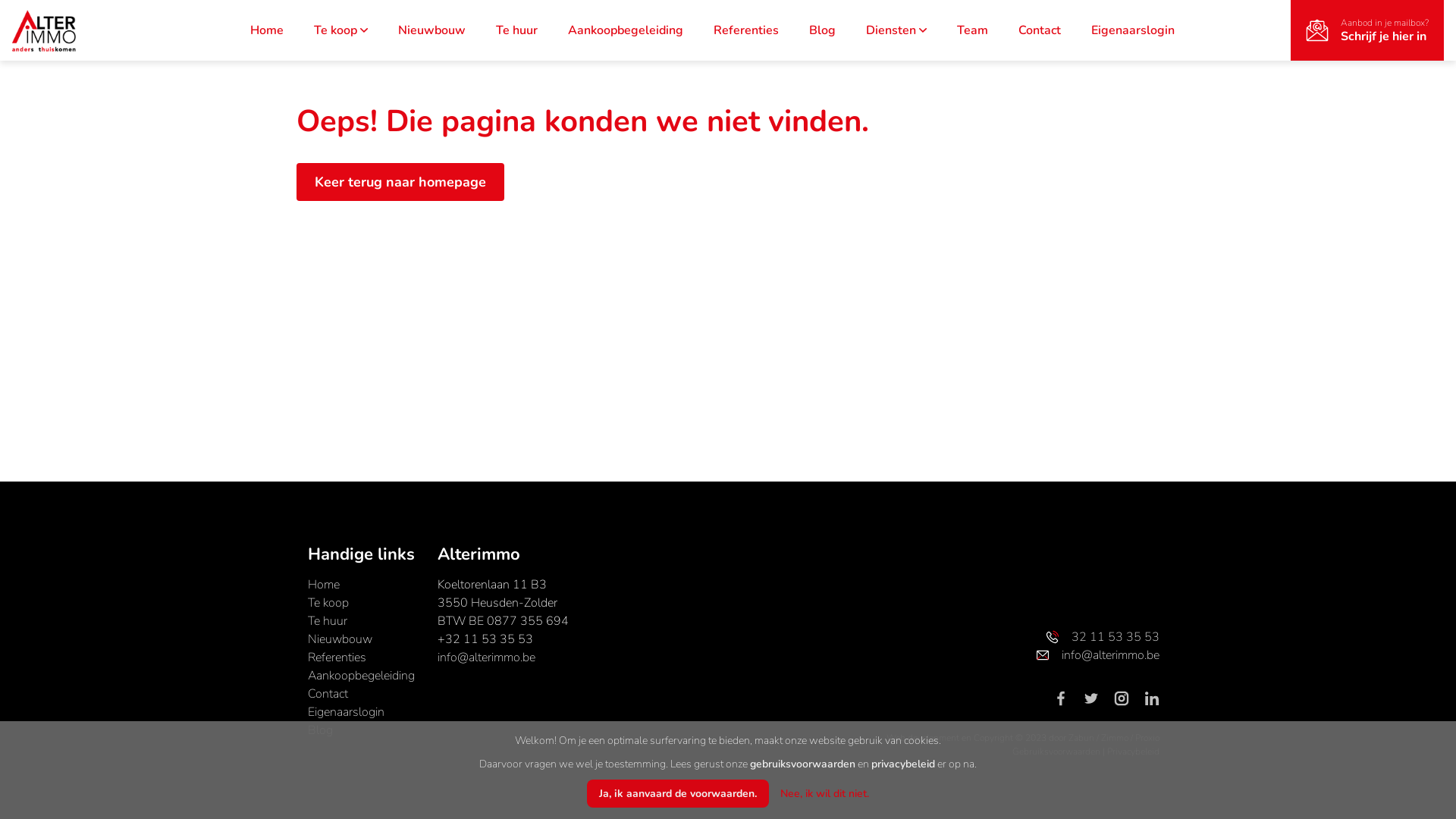  I want to click on 'Team', so click(972, 30).